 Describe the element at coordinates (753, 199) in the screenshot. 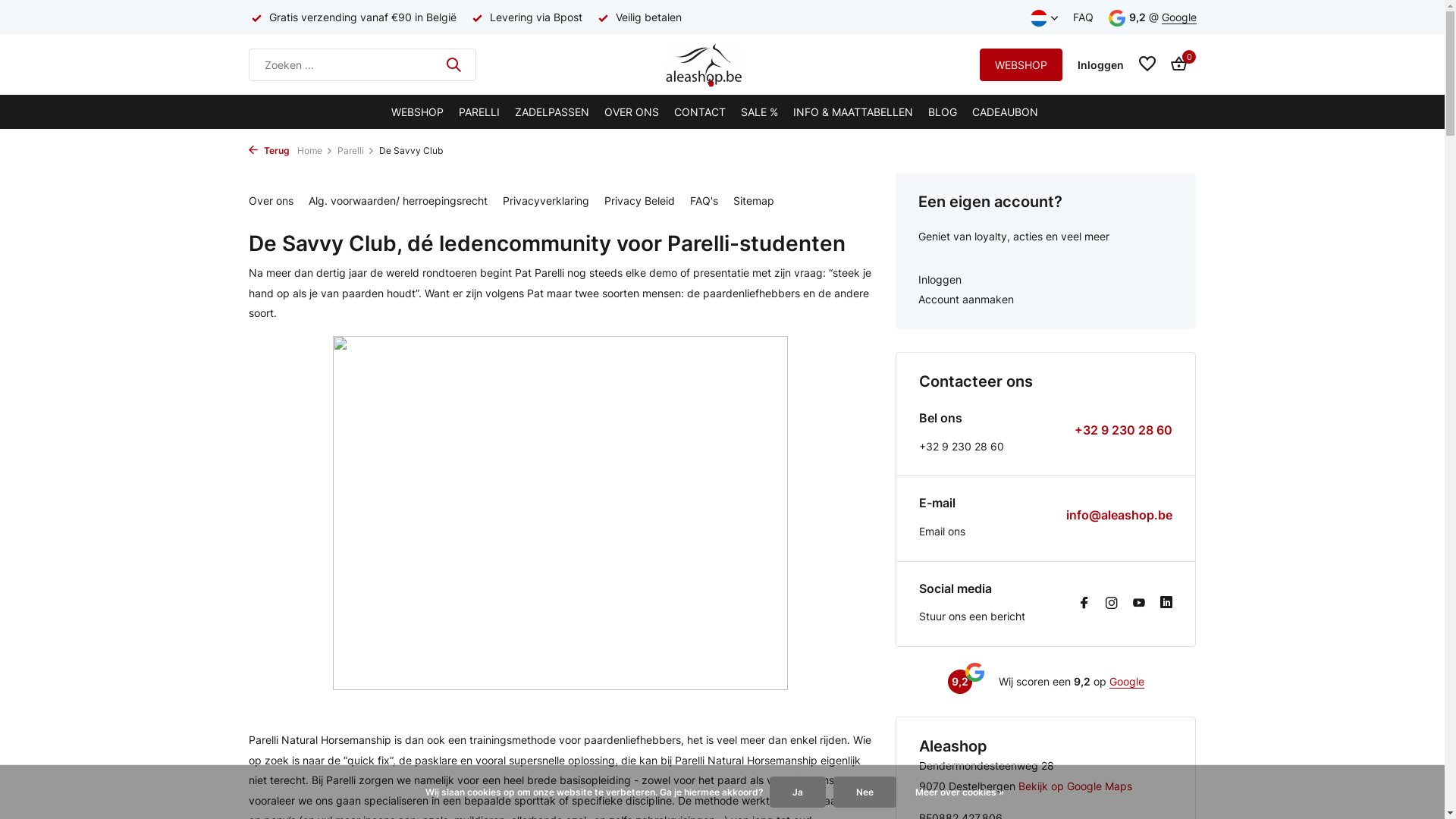

I see `'Sitemap'` at that location.